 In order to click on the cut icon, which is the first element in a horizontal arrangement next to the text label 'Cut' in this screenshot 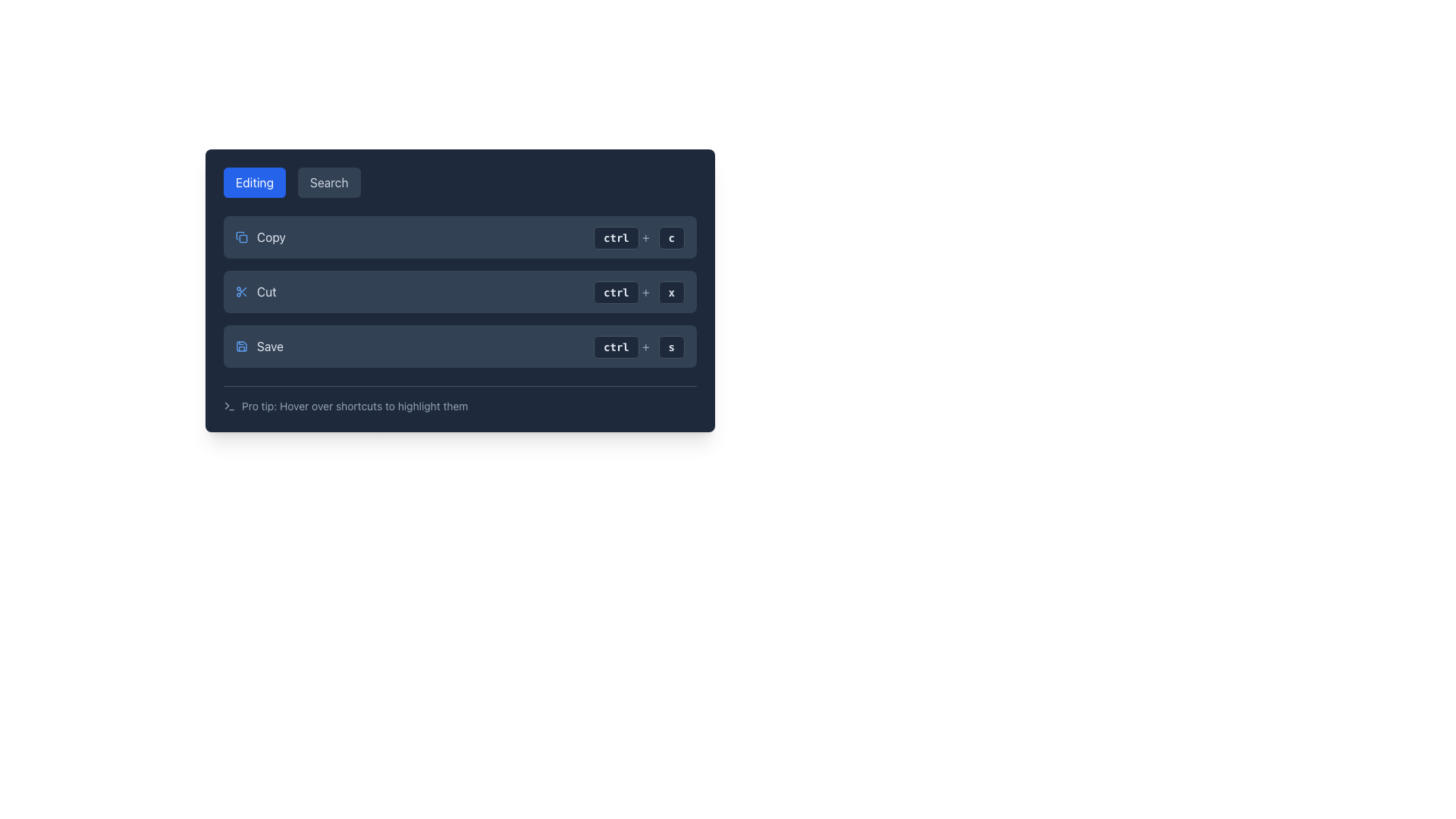, I will do `click(240, 292)`.